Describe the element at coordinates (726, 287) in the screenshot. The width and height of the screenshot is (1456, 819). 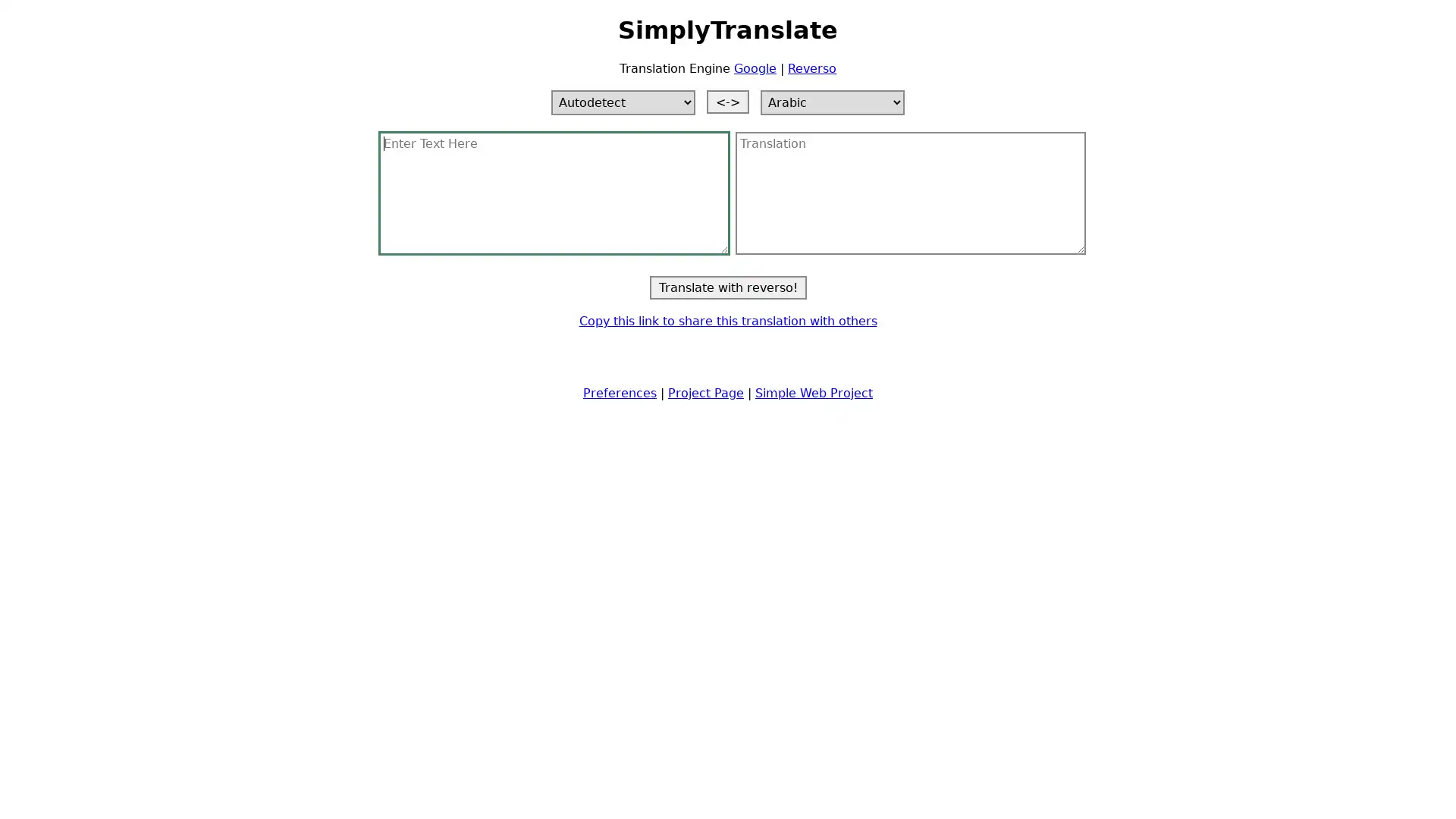
I see `Translate with reverso!` at that location.